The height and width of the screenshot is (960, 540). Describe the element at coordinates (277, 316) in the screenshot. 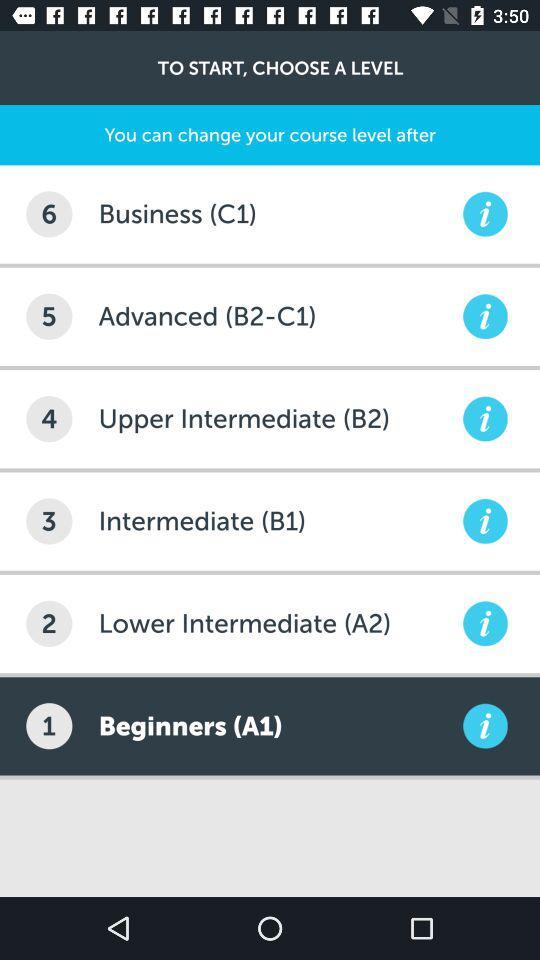

I see `the icon next to the 5 icon` at that location.